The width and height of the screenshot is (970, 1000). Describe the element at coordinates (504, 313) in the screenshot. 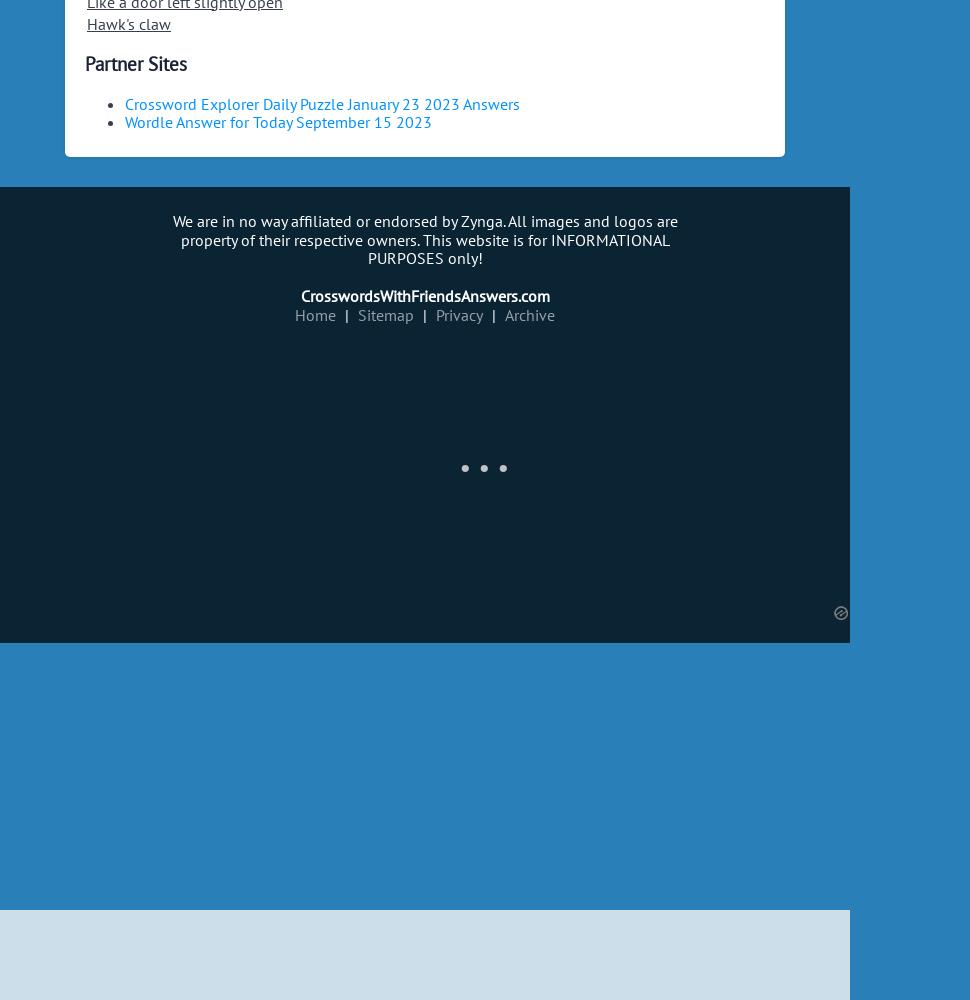

I see `'Archive'` at that location.